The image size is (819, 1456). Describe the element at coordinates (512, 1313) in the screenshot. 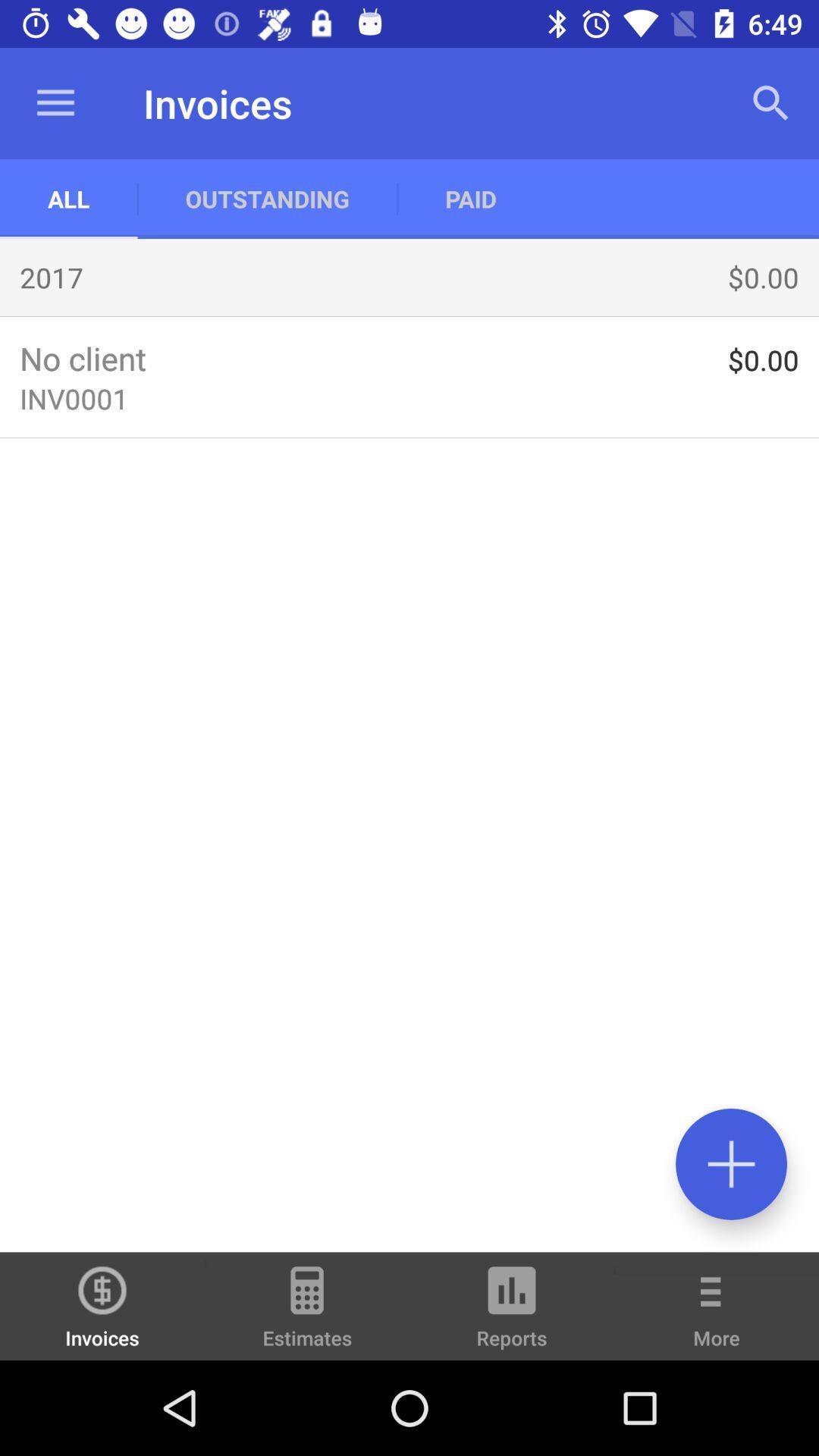

I see `the reports` at that location.